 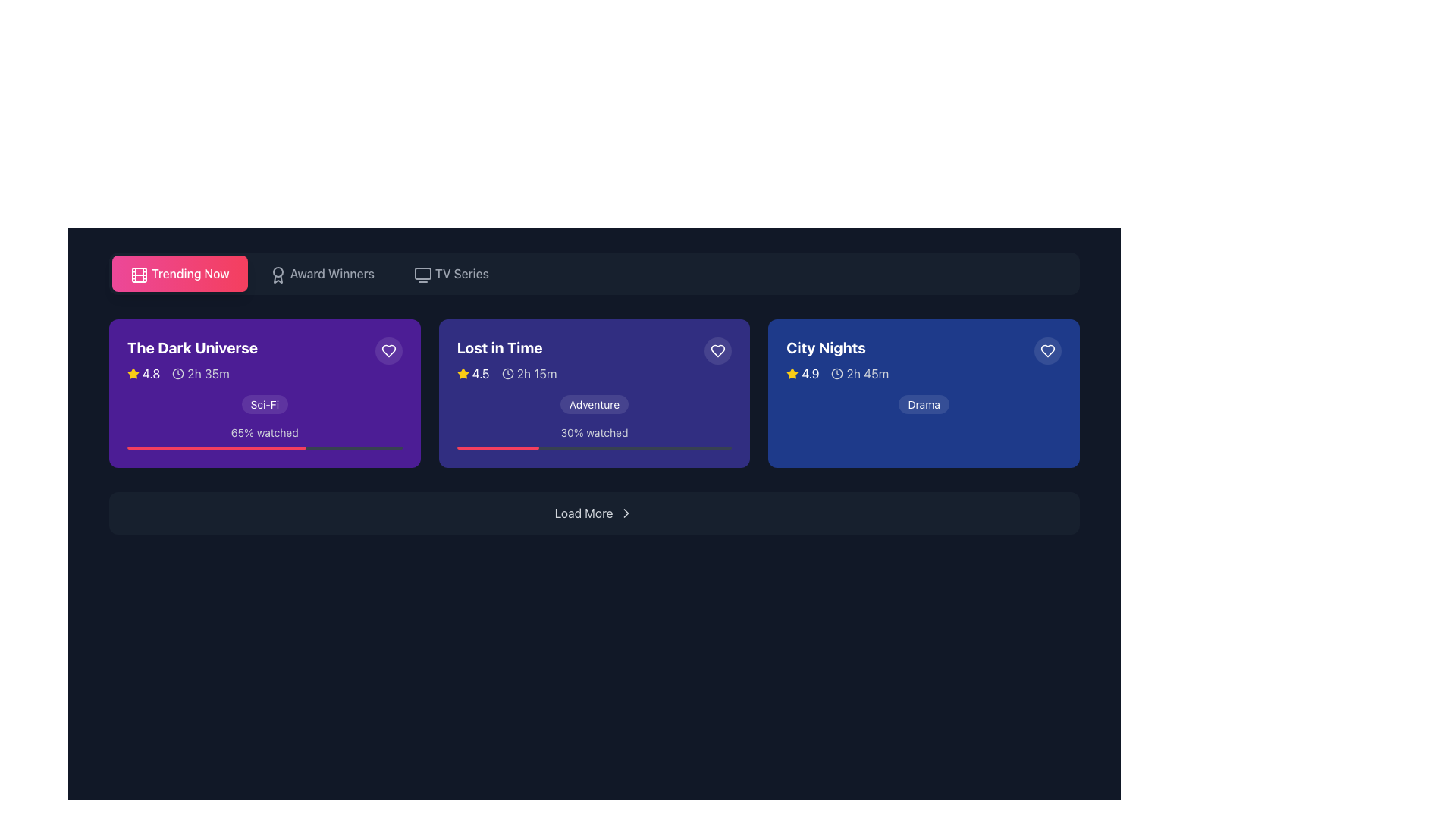 I want to click on the yellow filled star icon located to the left of the numerical rating '4.5' in the 'Lost in Time' card, so click(x=462, y=374).